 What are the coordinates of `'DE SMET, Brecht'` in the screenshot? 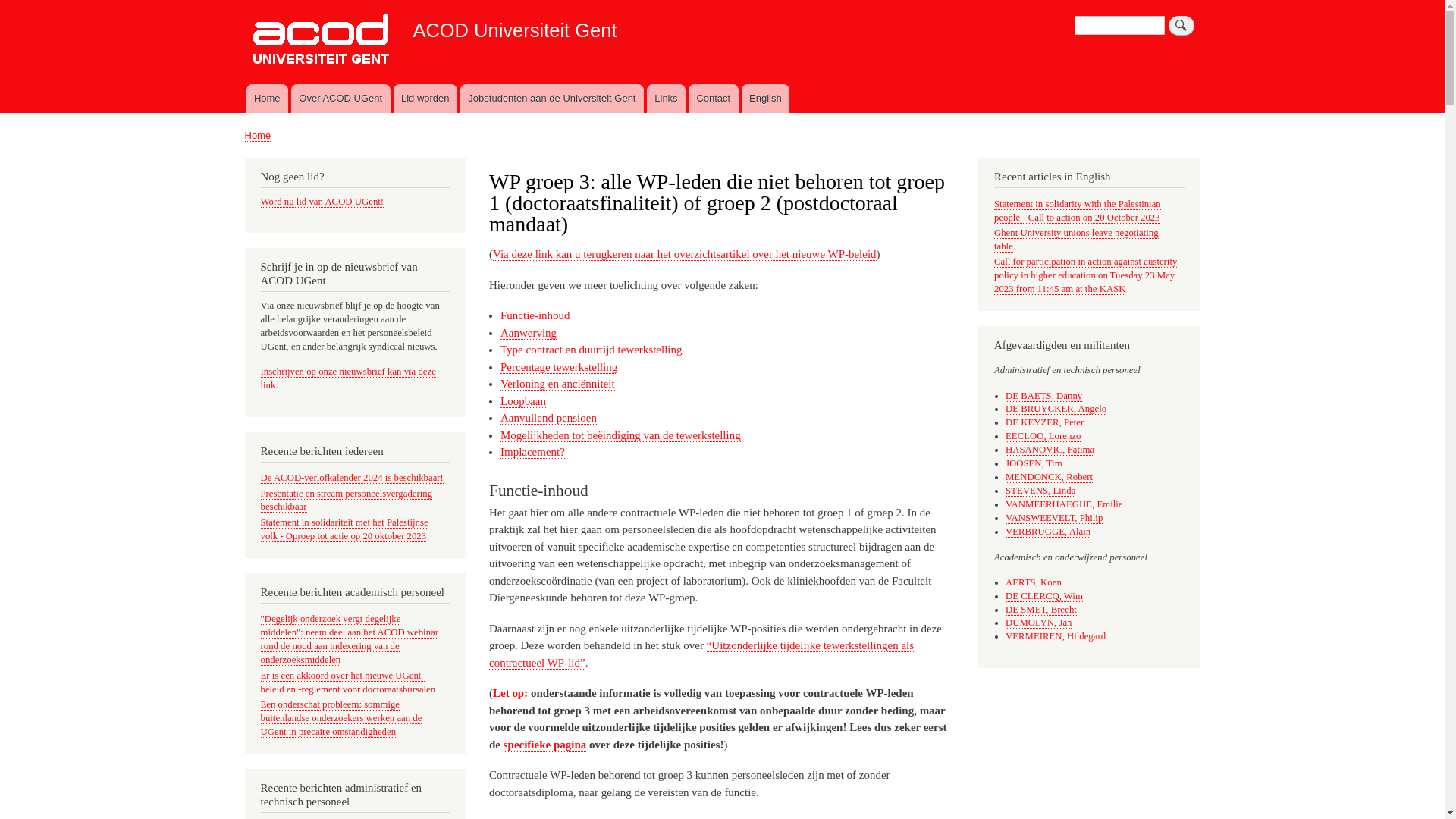 It's located at (1040, 609).